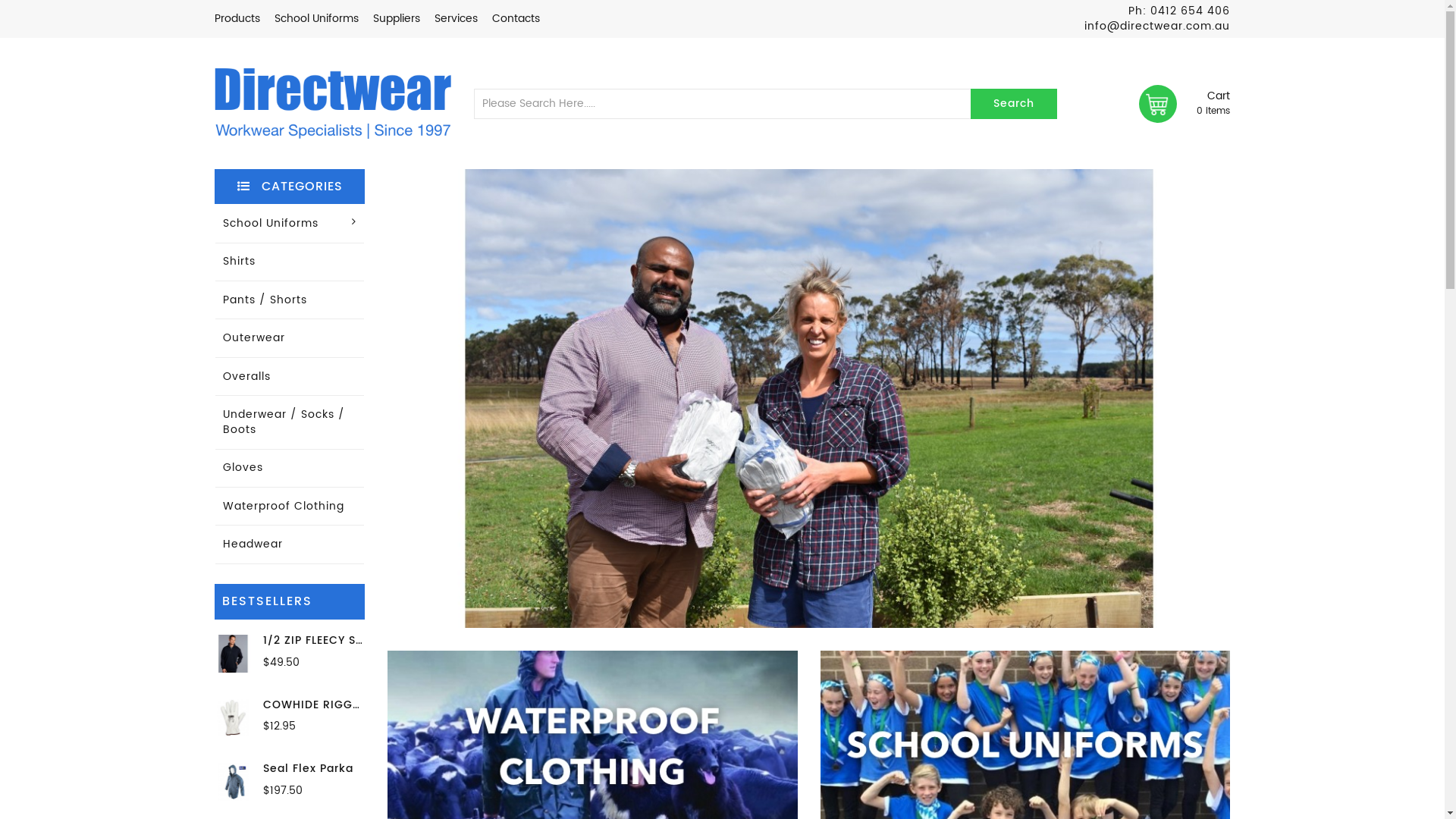 This screenshot has height=819, width=1456. I want to click on 'COWHIDE RIGGER GLOVES', so click(213, 717).